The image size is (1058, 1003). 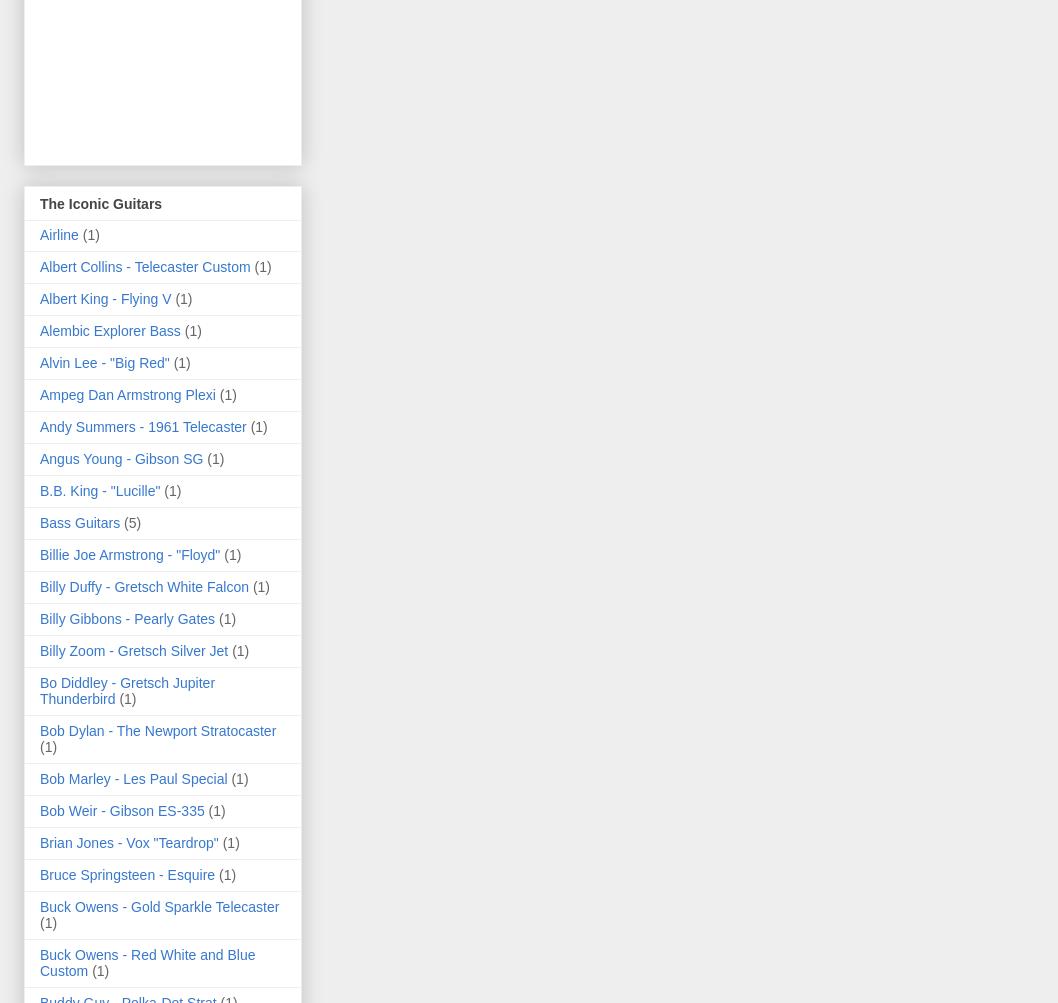 I want to click on 'Bruce Springsteen - Esquire', so click(x=126, y=874).